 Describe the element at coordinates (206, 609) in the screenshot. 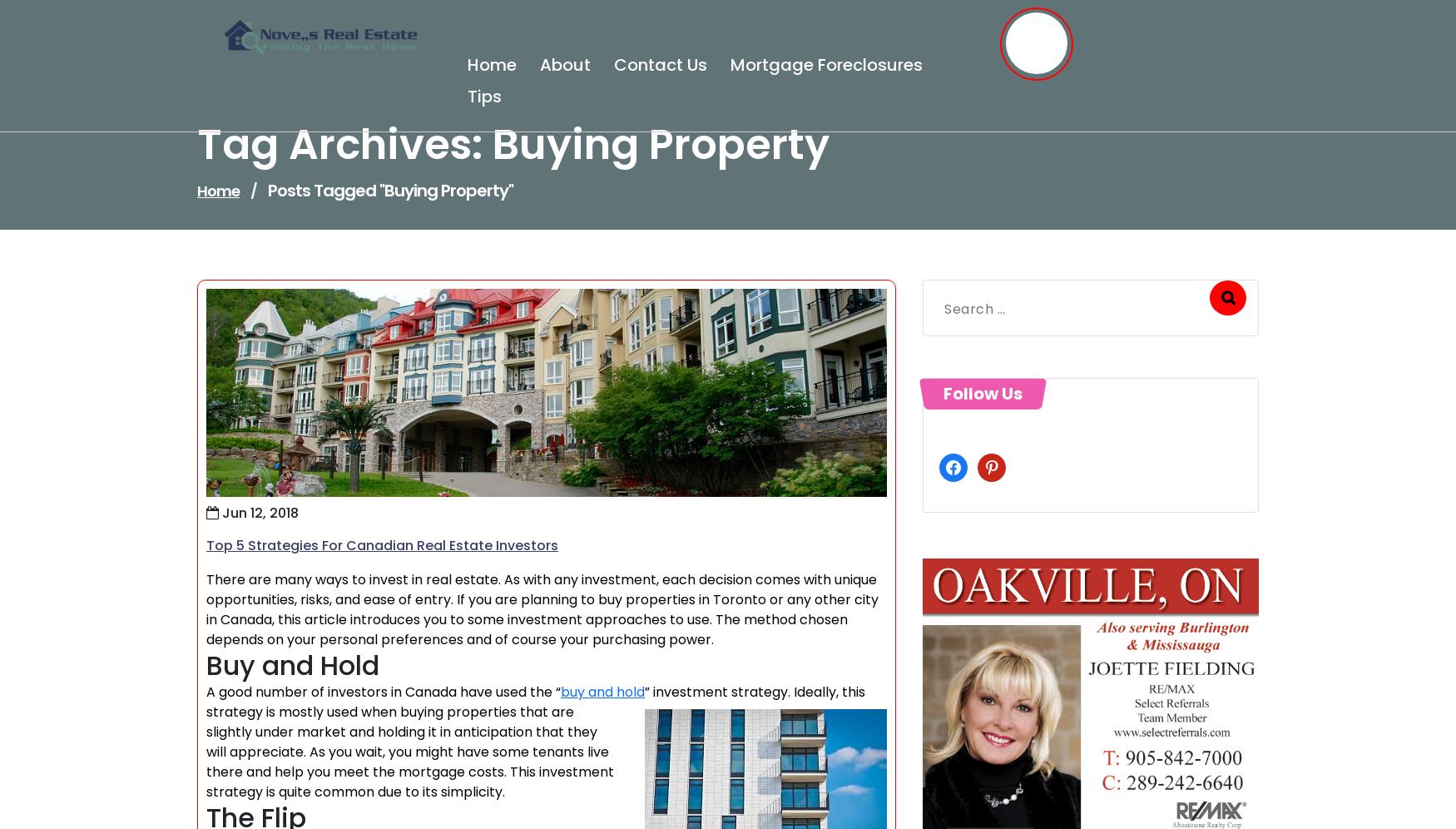

I see `'Work With a Realtor'` at that location.